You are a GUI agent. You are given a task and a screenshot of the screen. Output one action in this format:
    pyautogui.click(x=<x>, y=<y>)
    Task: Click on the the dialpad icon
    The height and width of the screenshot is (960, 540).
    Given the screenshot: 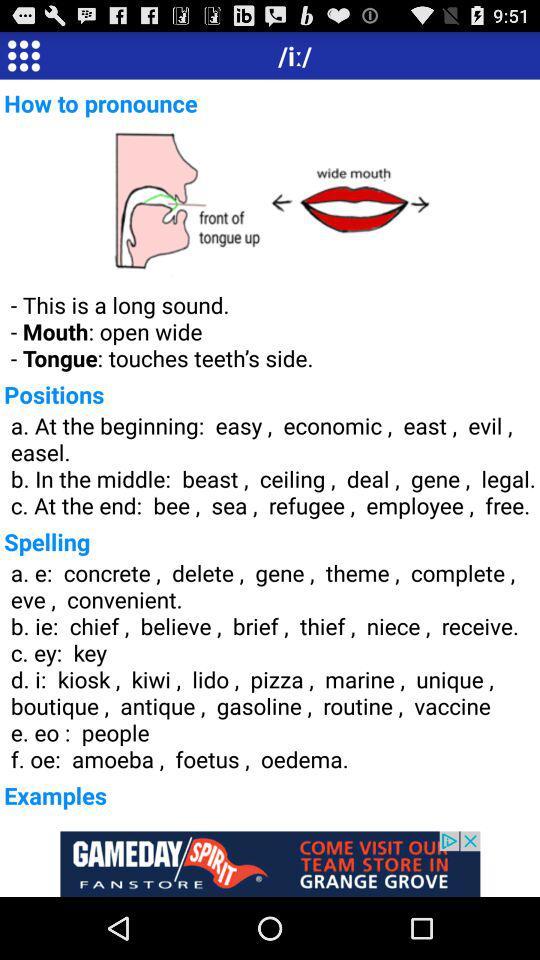 What is the action you would take?
    pyautogui.click(x=22, y=58)
    